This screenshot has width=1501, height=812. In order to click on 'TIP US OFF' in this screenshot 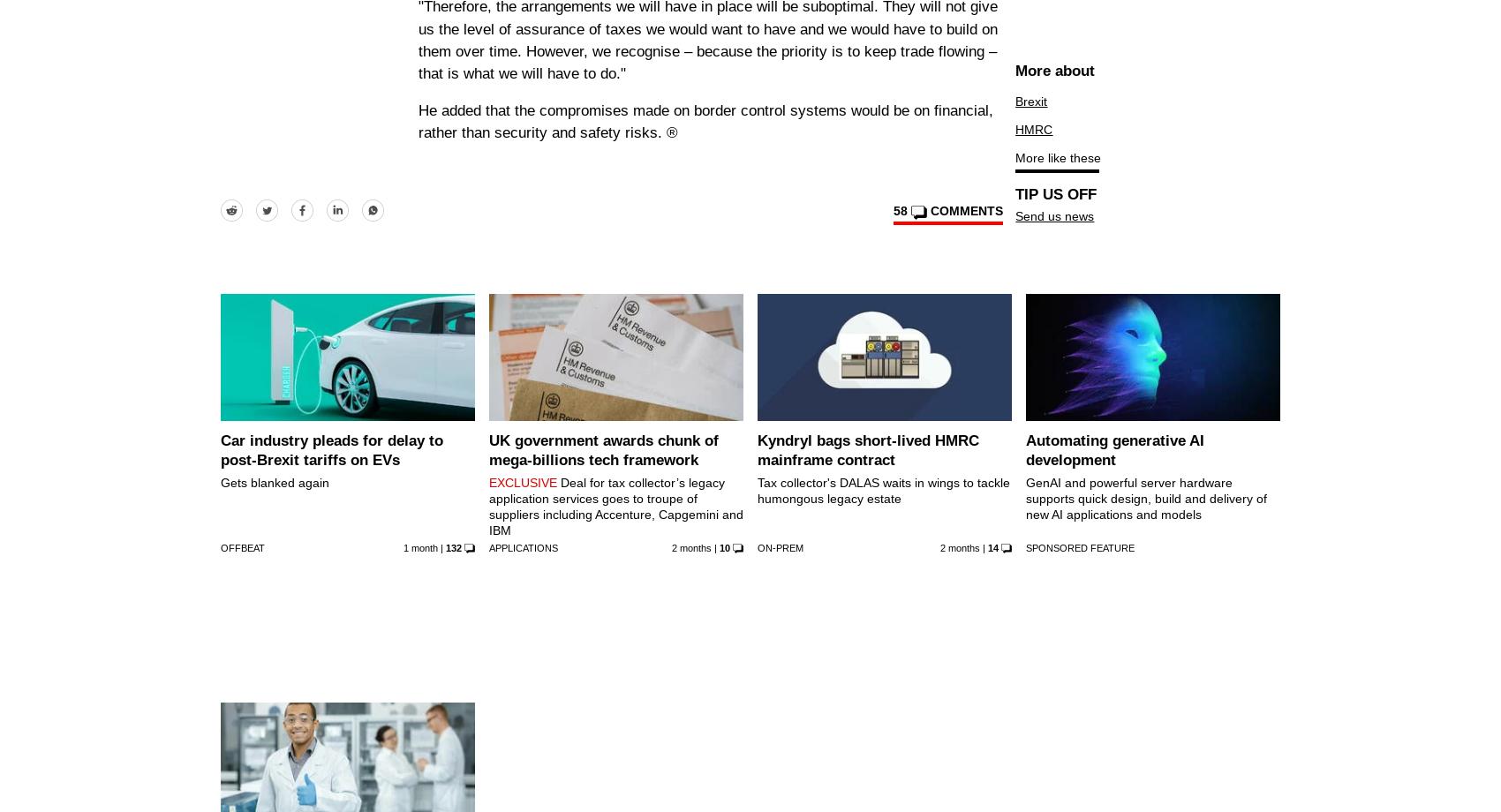, I will do `click(1054, 192)`.